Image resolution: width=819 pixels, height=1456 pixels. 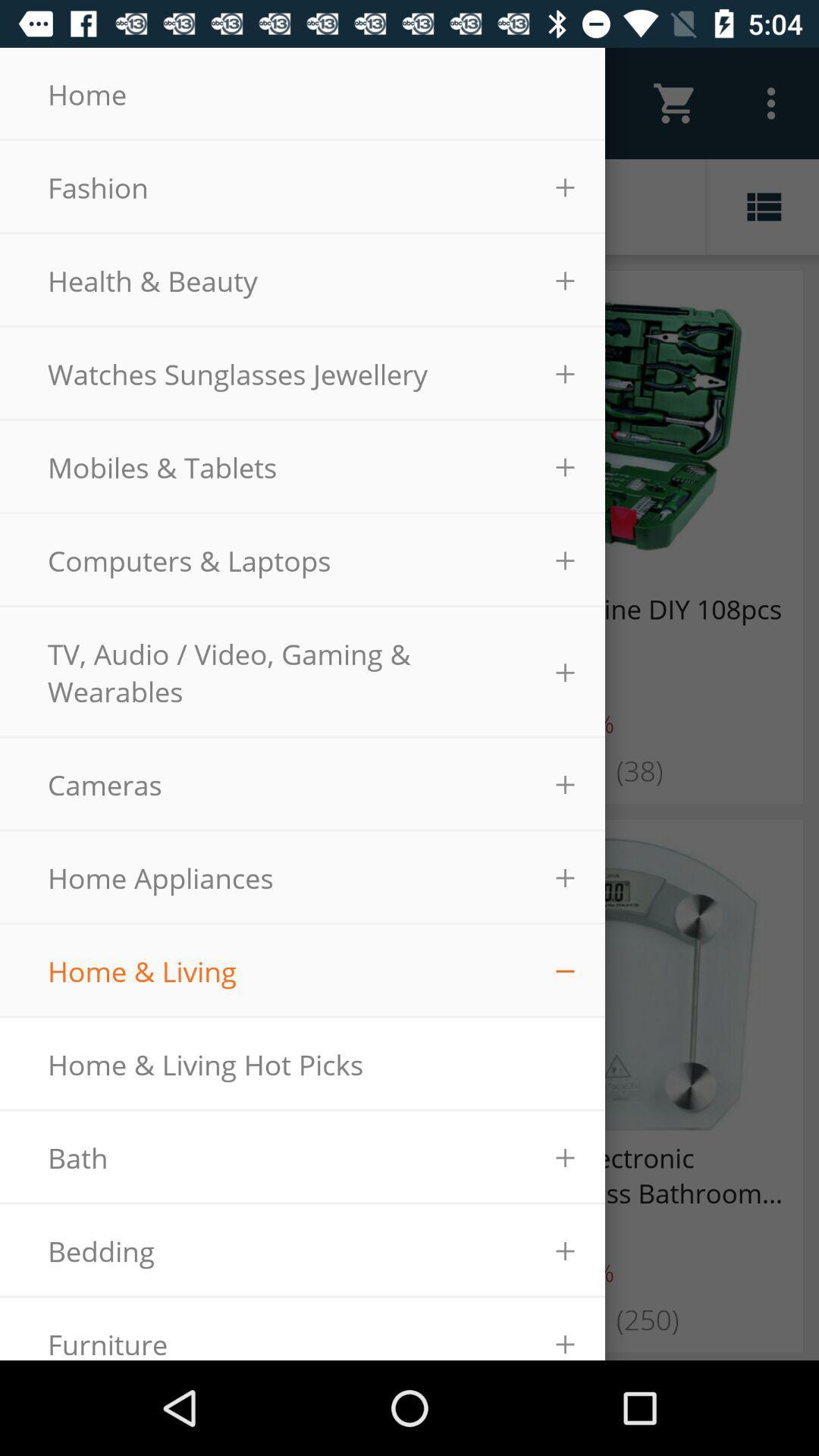 What do you see at coordinates (565, 877) in the screenshot?
I see `the icon which is right to home appliances` at bounding box center [565, 877].